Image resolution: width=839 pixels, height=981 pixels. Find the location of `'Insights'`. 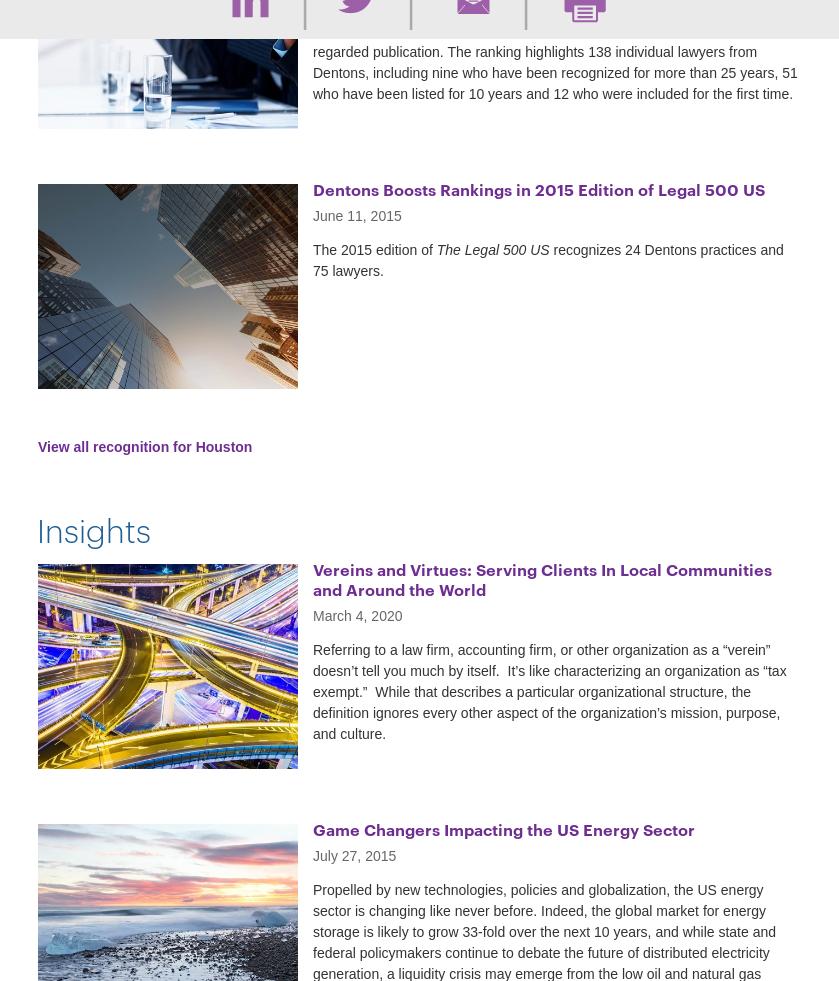

'Insights' is located at coordinates (93, 528).